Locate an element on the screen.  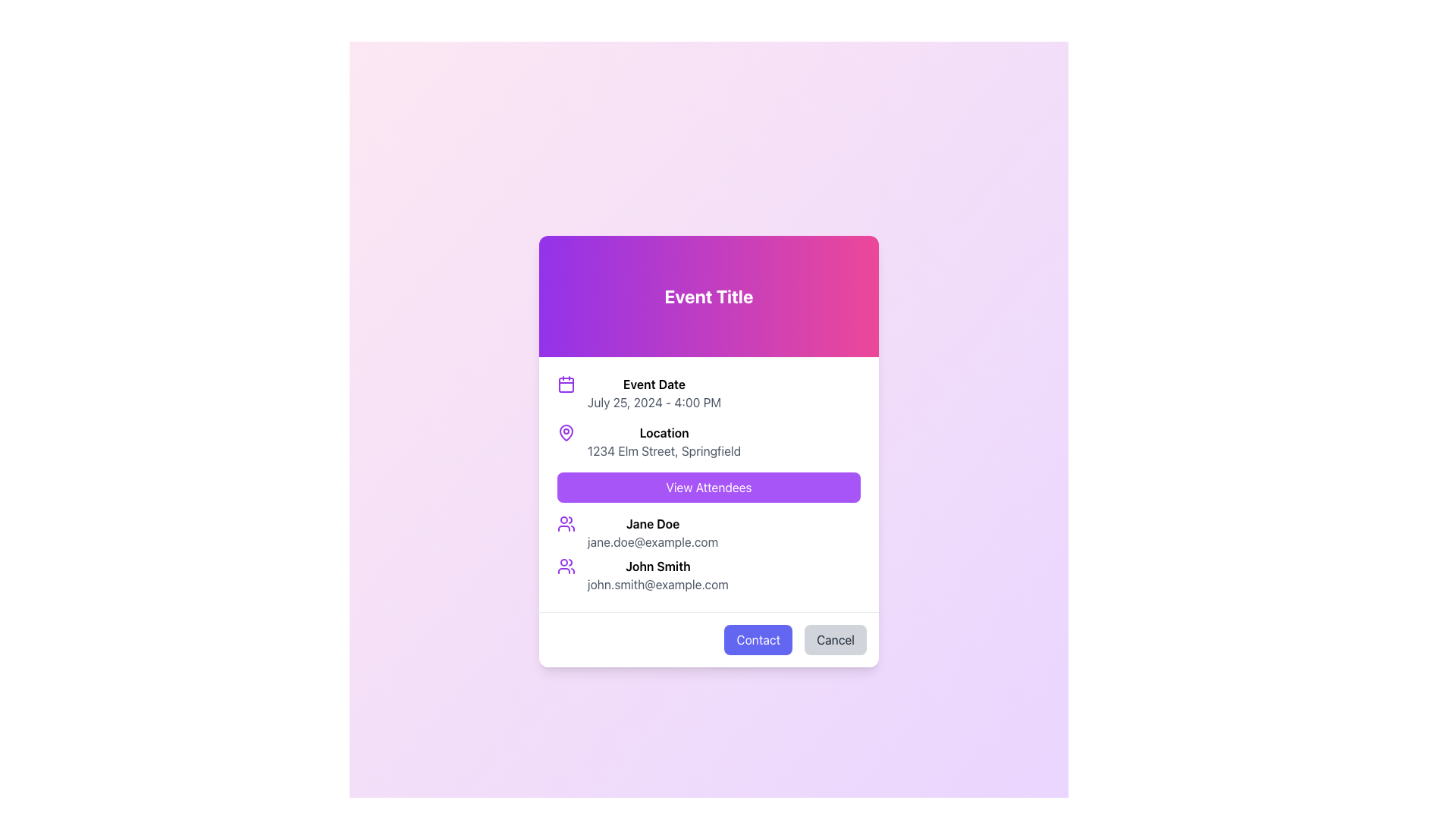
the email address 'john.smith@example.com' in the attendee details section to copy or open an email client is located at coordinates (658, 575).